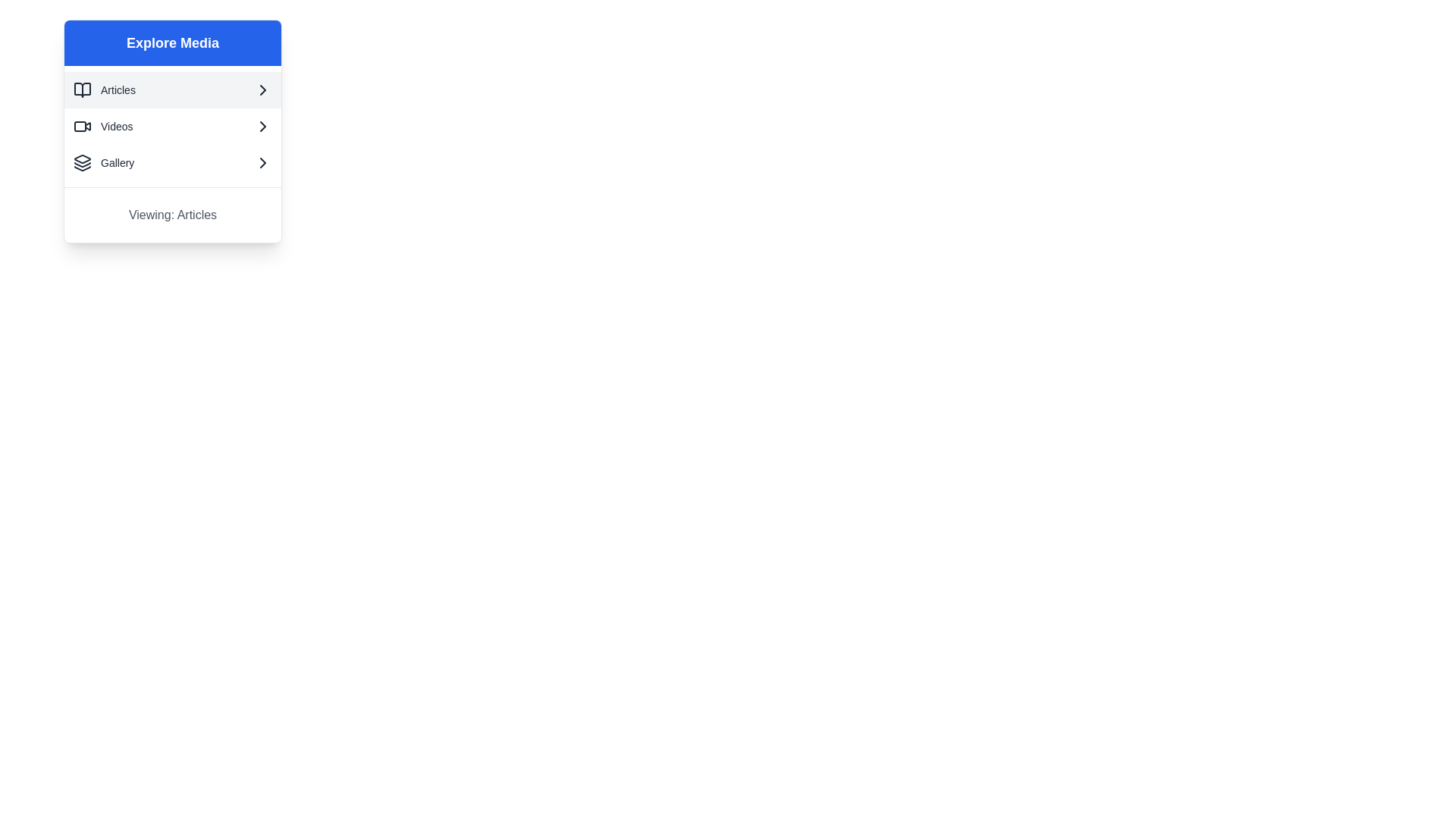 This screenshot has width=1456, height=819. I want to click on the chevron icon next to the 'Videos' text, so click(262, 125).